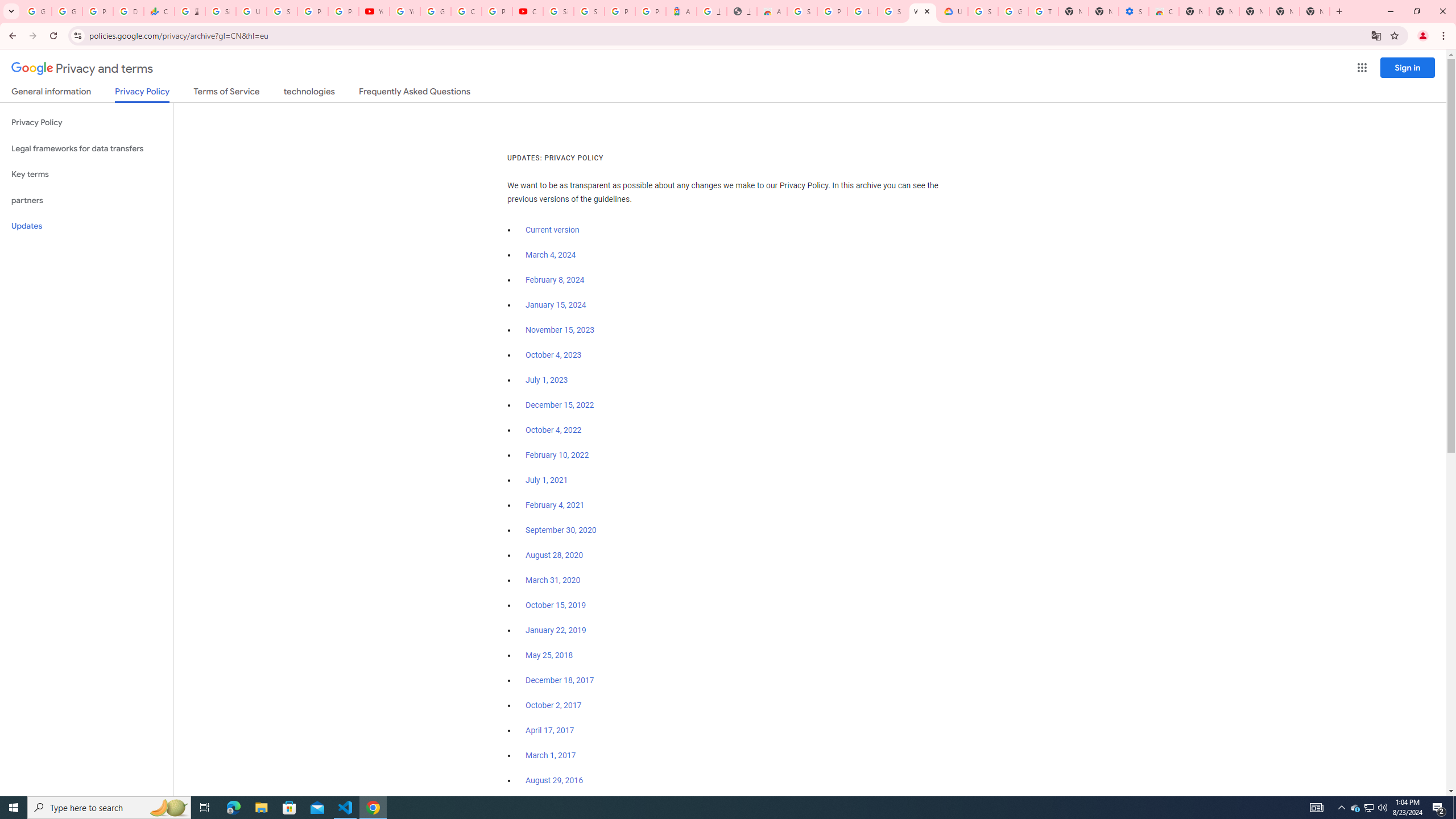  What do you see at coordinates (555, 280) in the screenshot?
I see `'February 8, 2024'` at bounding box center [555, 280].